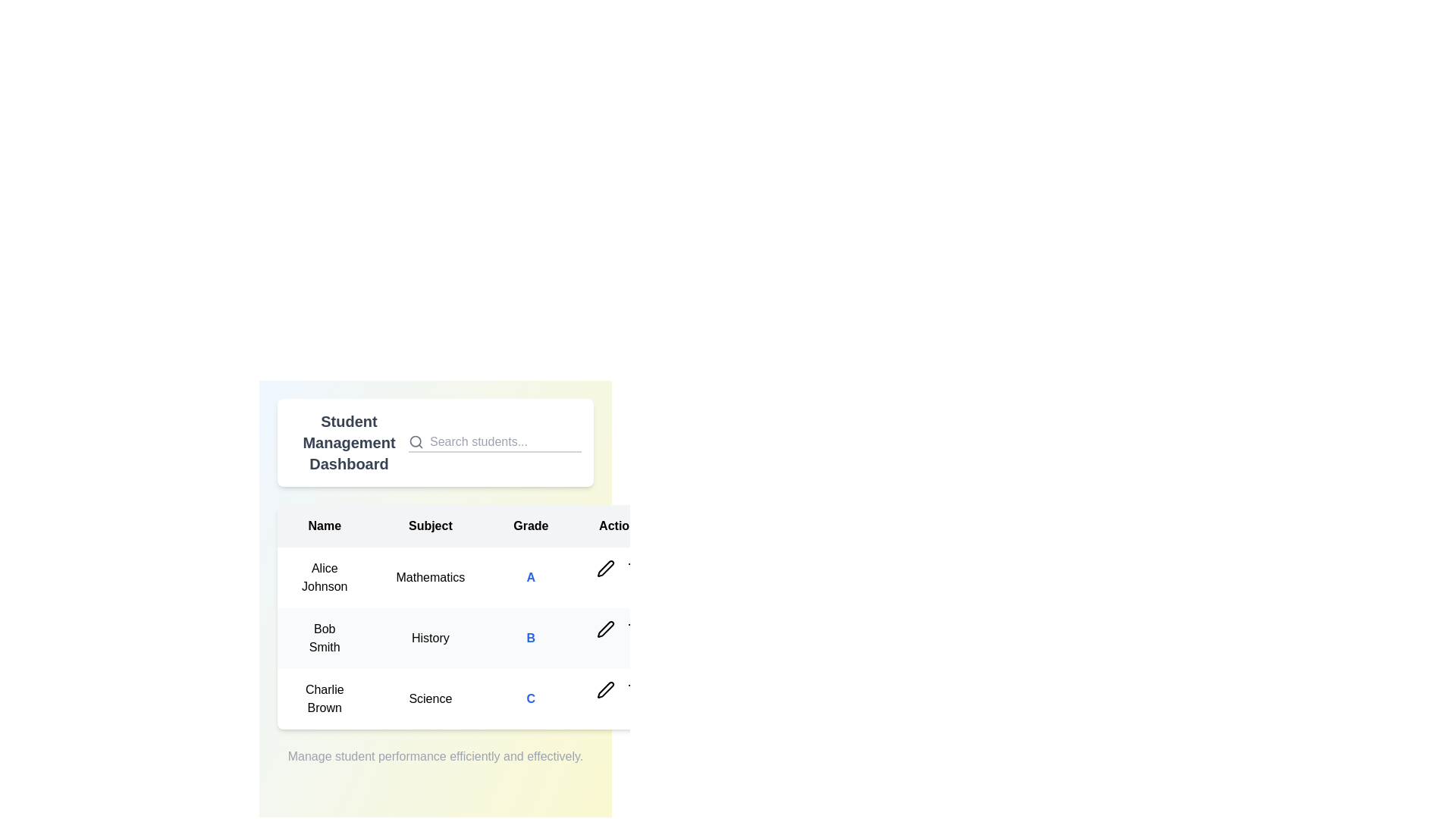  I want to click on the 'History' label in the 'Subject' column of the table for the student 'Bob Smith', so click(429, 638).